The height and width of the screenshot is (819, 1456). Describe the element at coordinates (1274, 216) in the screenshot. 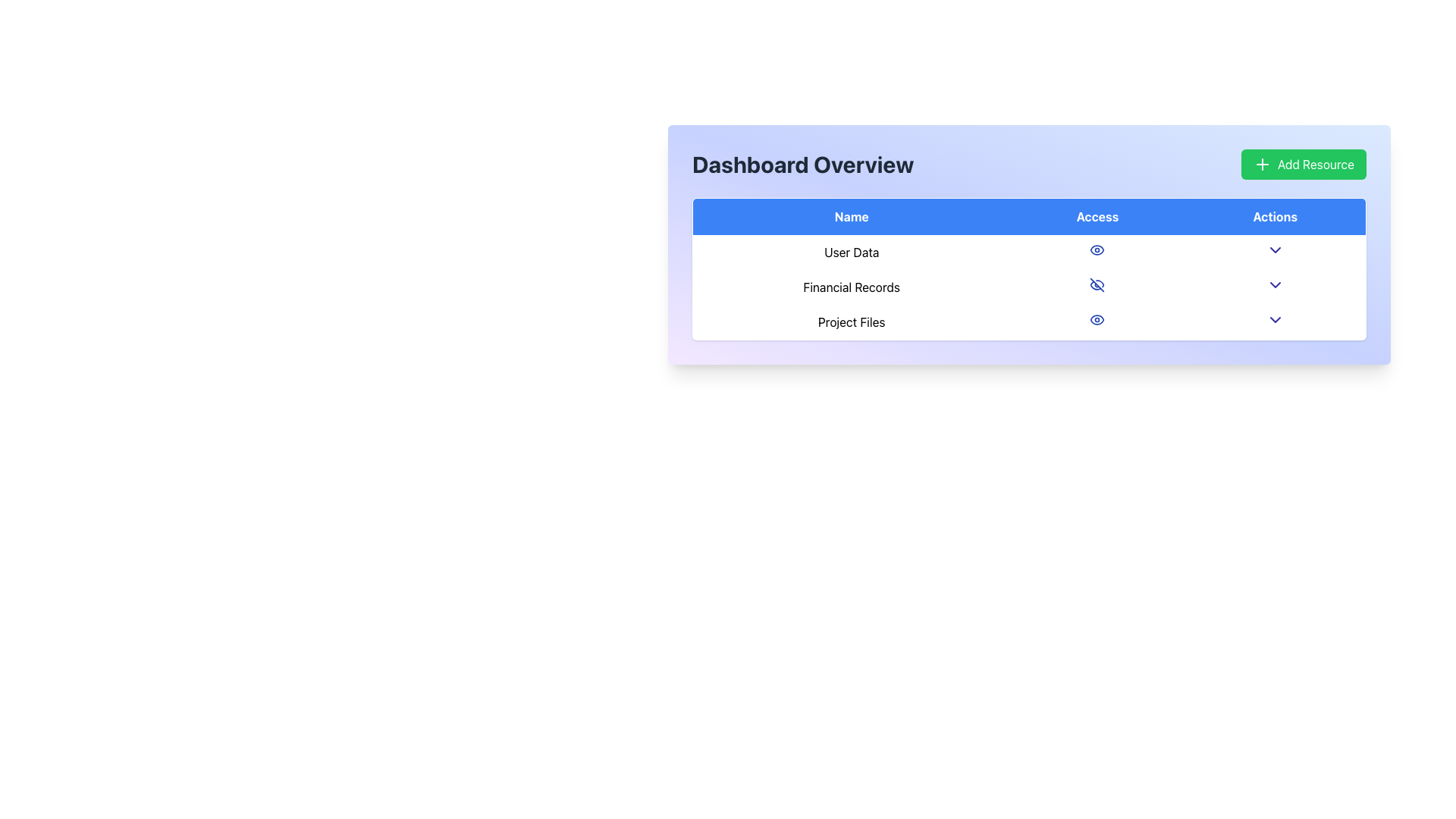

I see `the 'Actions' table header cell, which is a rectangular button labeled 'Actions' in a blue header bar of a table, located in the top-right area of the data grid on the dashboard interface` at that location.